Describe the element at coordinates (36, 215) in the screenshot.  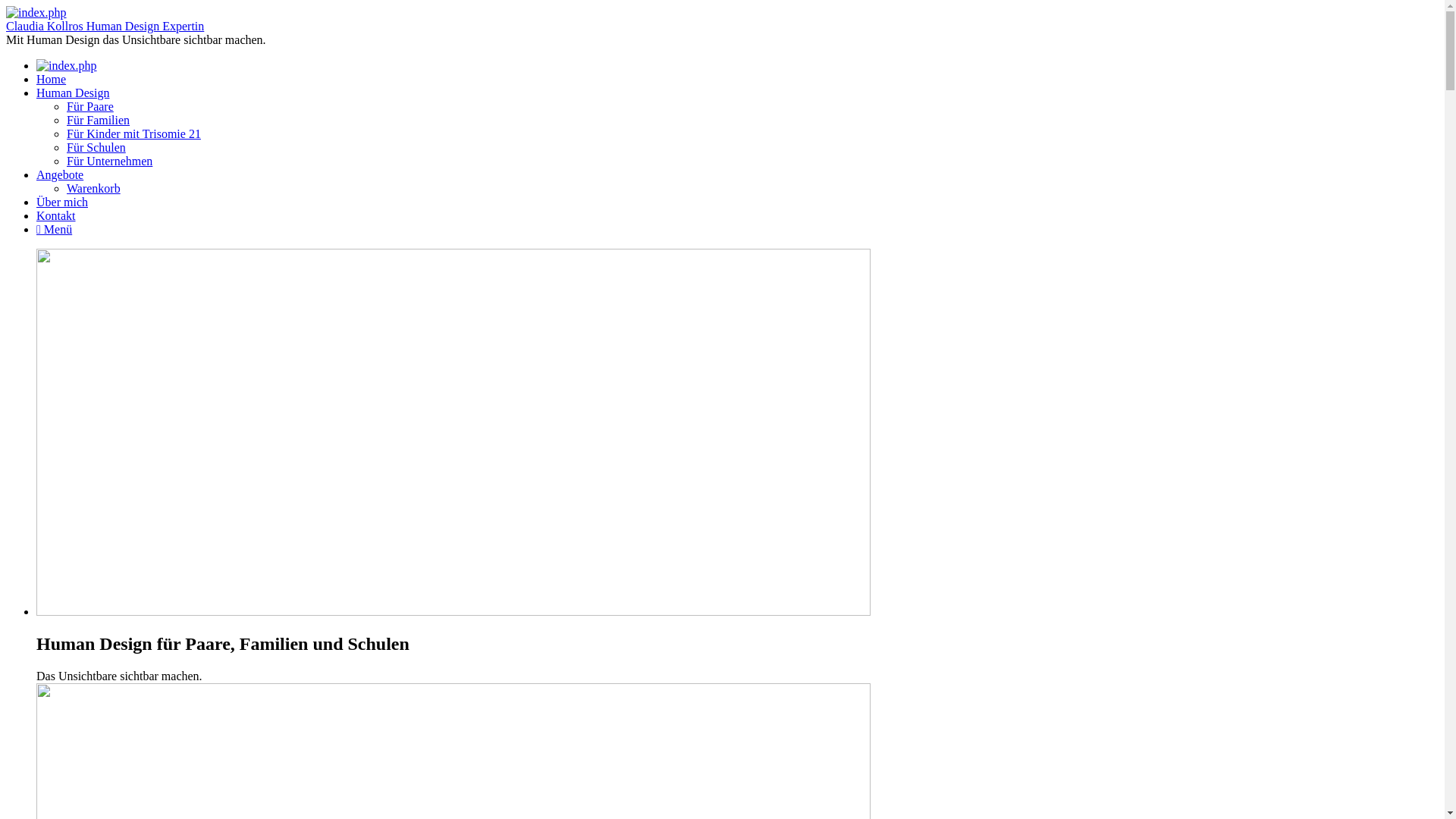
I see `'Kontakt'` at that location.